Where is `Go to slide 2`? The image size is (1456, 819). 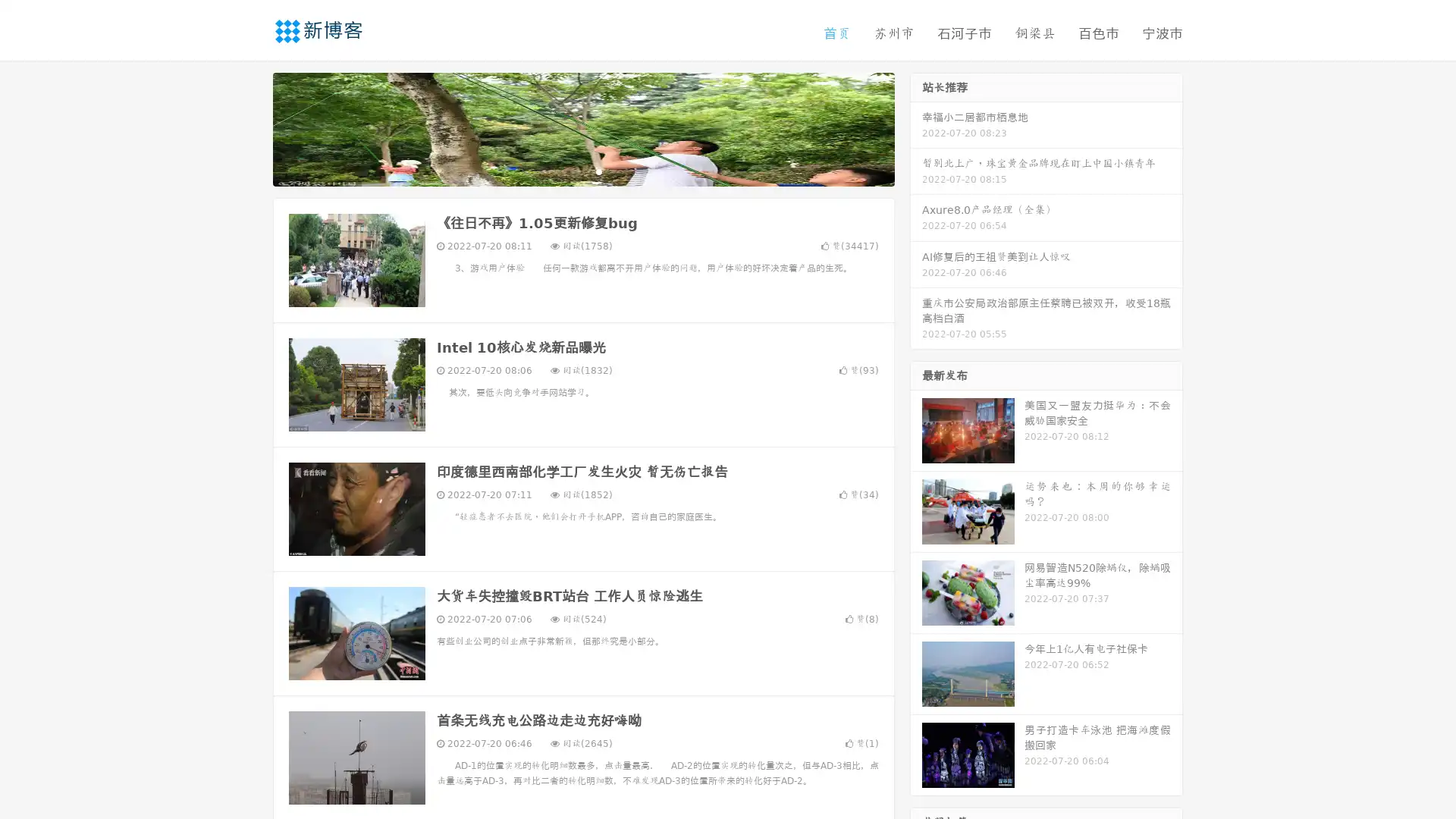 Go to slide 2 is located at coordinates (582, 171).